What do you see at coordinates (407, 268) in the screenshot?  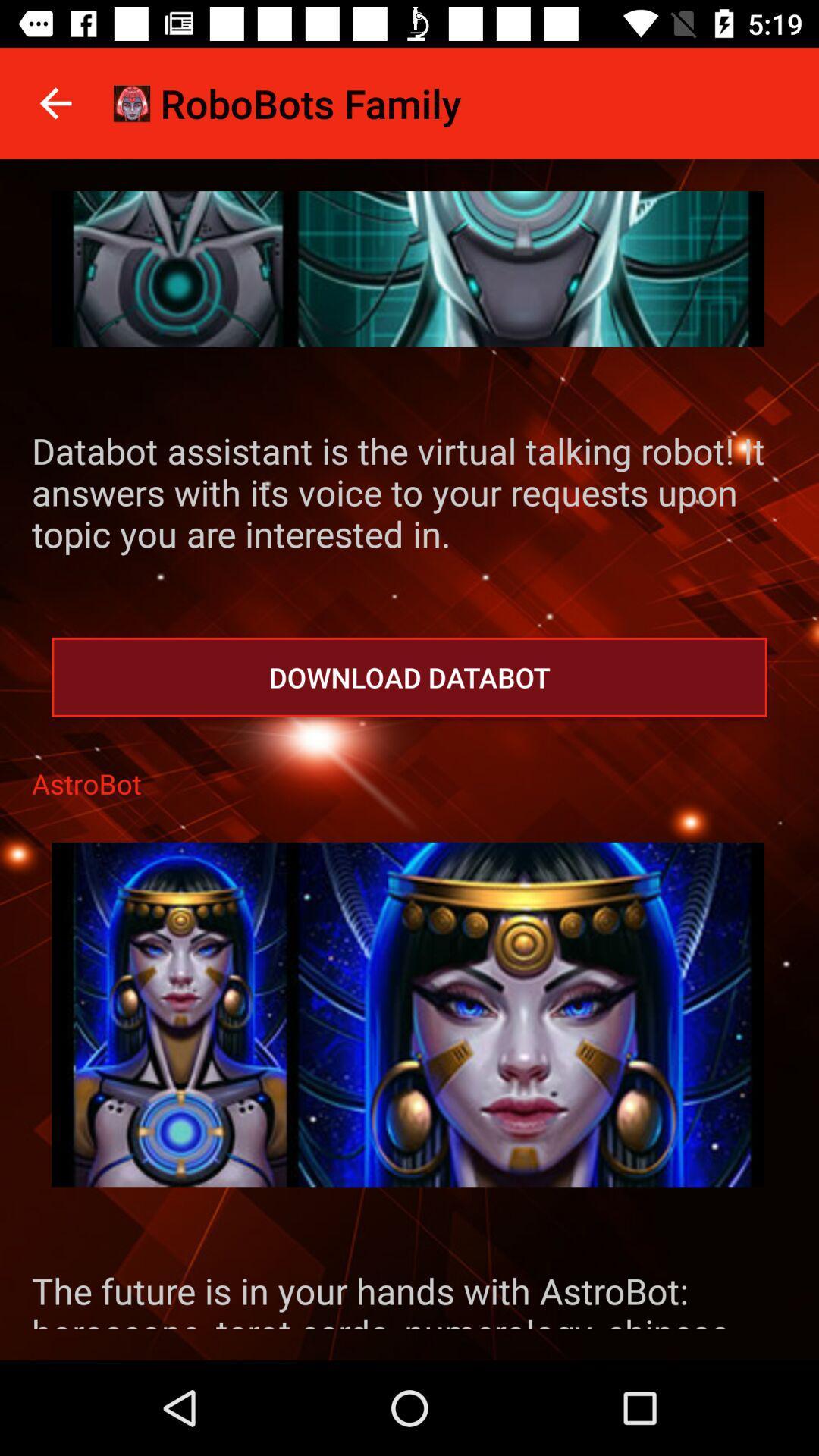 I see `game page` at bounding box center [407, 268].